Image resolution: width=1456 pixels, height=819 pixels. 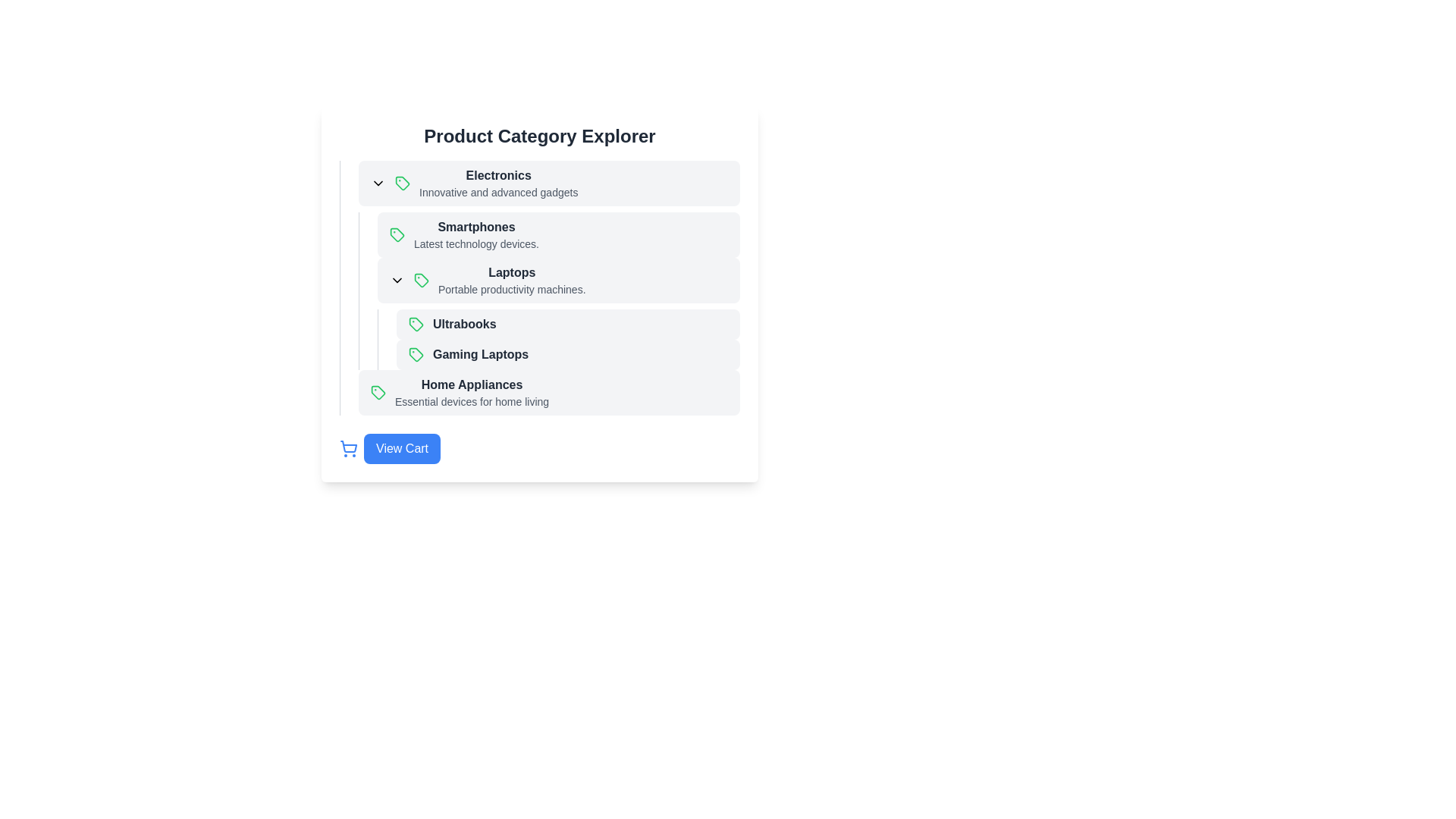 What do you see at coordinates (471, 400) in the screenshot?
I see `the label containing the text 'Essential devices for home living', which is styled in gray and located beneath the bold title 'Home Appliances' in the category menu` at bounding box center [471, 400].